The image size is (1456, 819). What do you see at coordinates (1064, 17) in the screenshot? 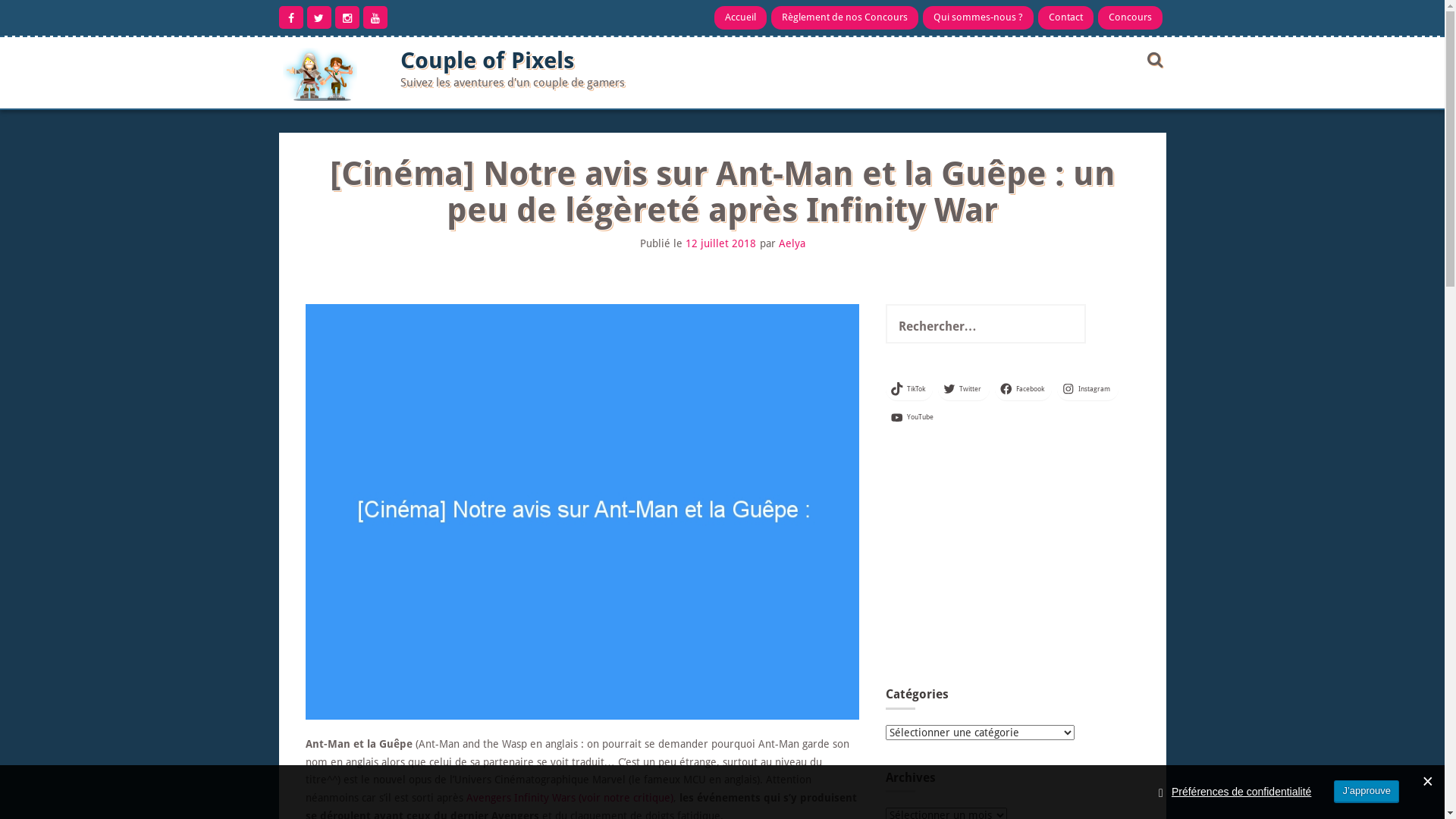
I see `'Contact'` at bounding box center [1064, 17].